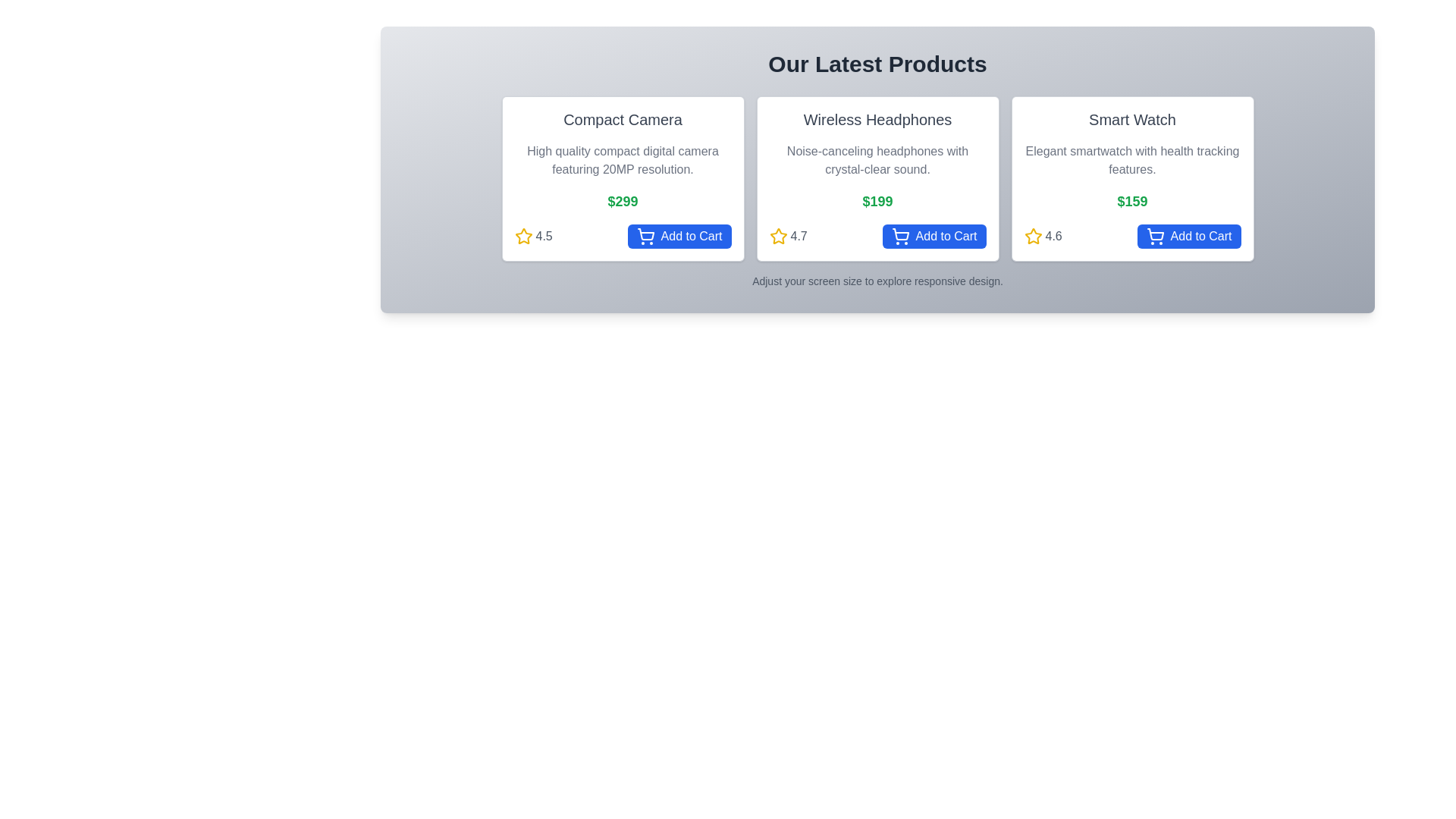 Image resolution: width=1456 pixels, height=819 pixels. I want to click on the rating indicator element that features a yellow star icon and a numeric rating of '4.6' in gray font, located above the 'Add to Cart' button and below the price text, so click(1042, 237).